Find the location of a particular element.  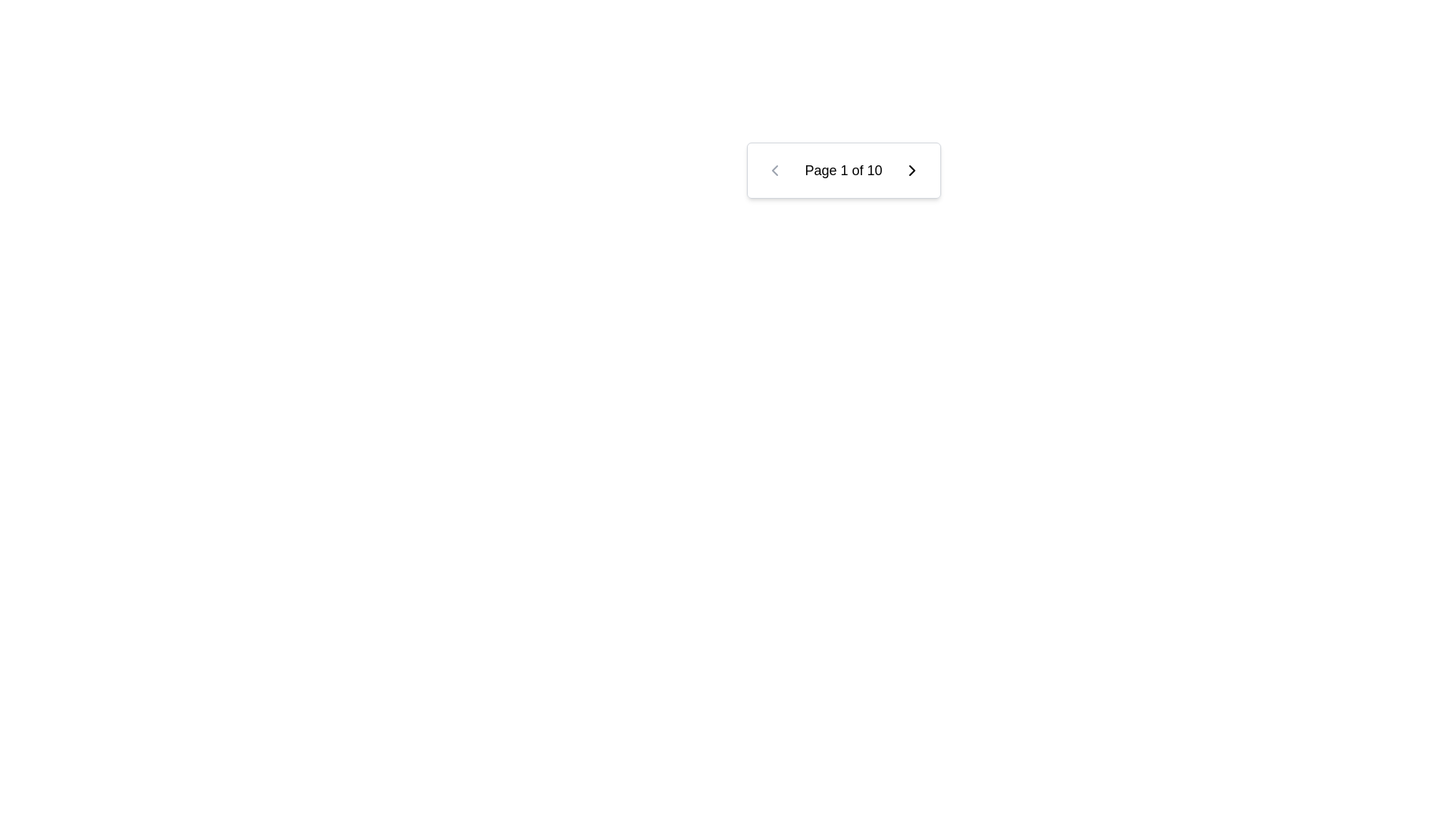

the text element that displays the current page information in the pagination system, which is centrally placed within a rectangular box with rounded corners is located at coordinates (843, 170).